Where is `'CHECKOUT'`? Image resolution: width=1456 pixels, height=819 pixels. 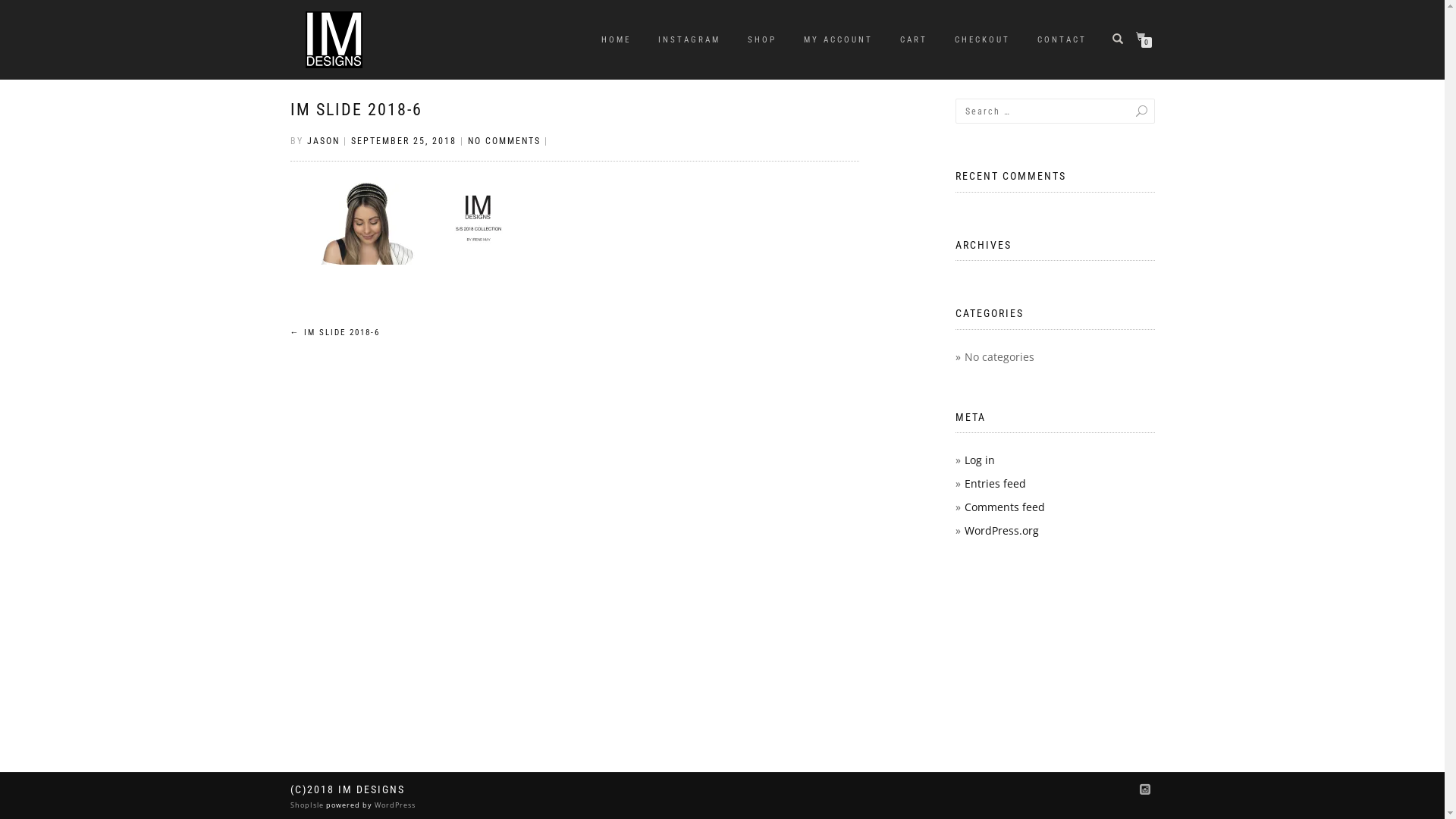
'CHECKOUT' is located at coordinates (982, 39).